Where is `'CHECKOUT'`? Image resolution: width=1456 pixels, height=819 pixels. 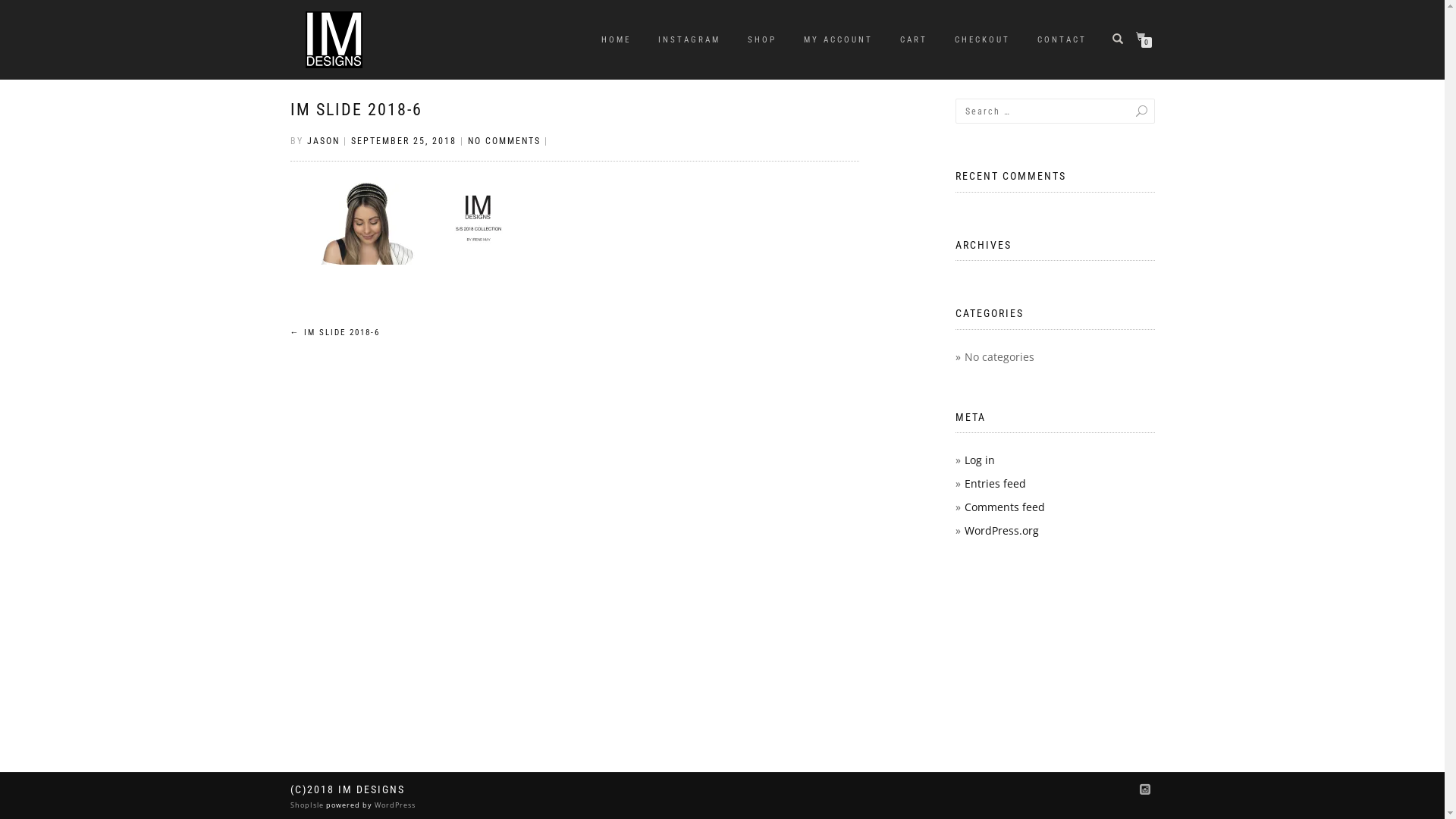
'CHECKOUT' is located at coordinates (982, 39).